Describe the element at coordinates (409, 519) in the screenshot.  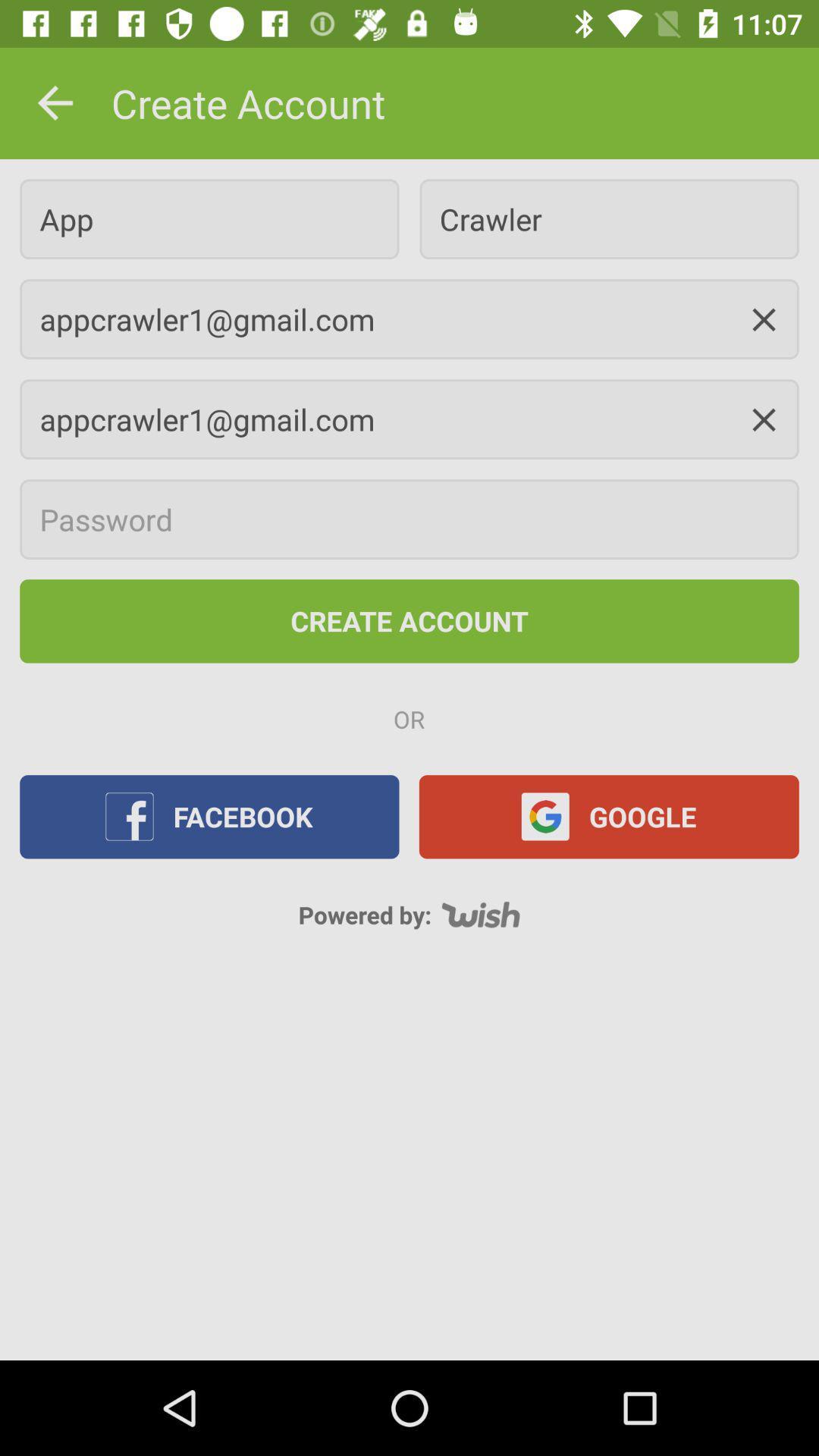
I see `password` at that location.